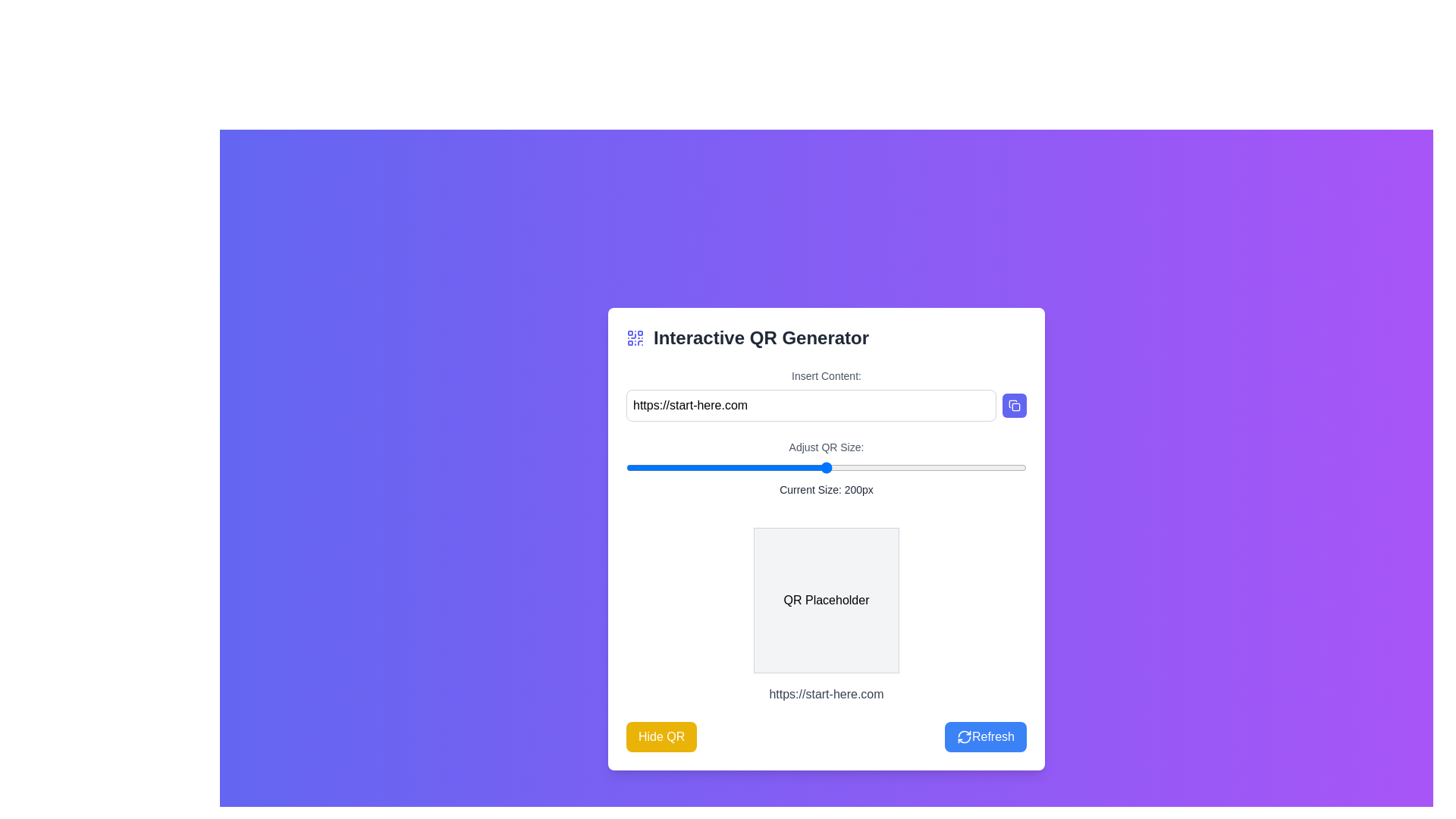 The image size is (1456, 819). Describe the element at coordinates (1016, 467) in the screenshot. I see `the QR code size` at that location.